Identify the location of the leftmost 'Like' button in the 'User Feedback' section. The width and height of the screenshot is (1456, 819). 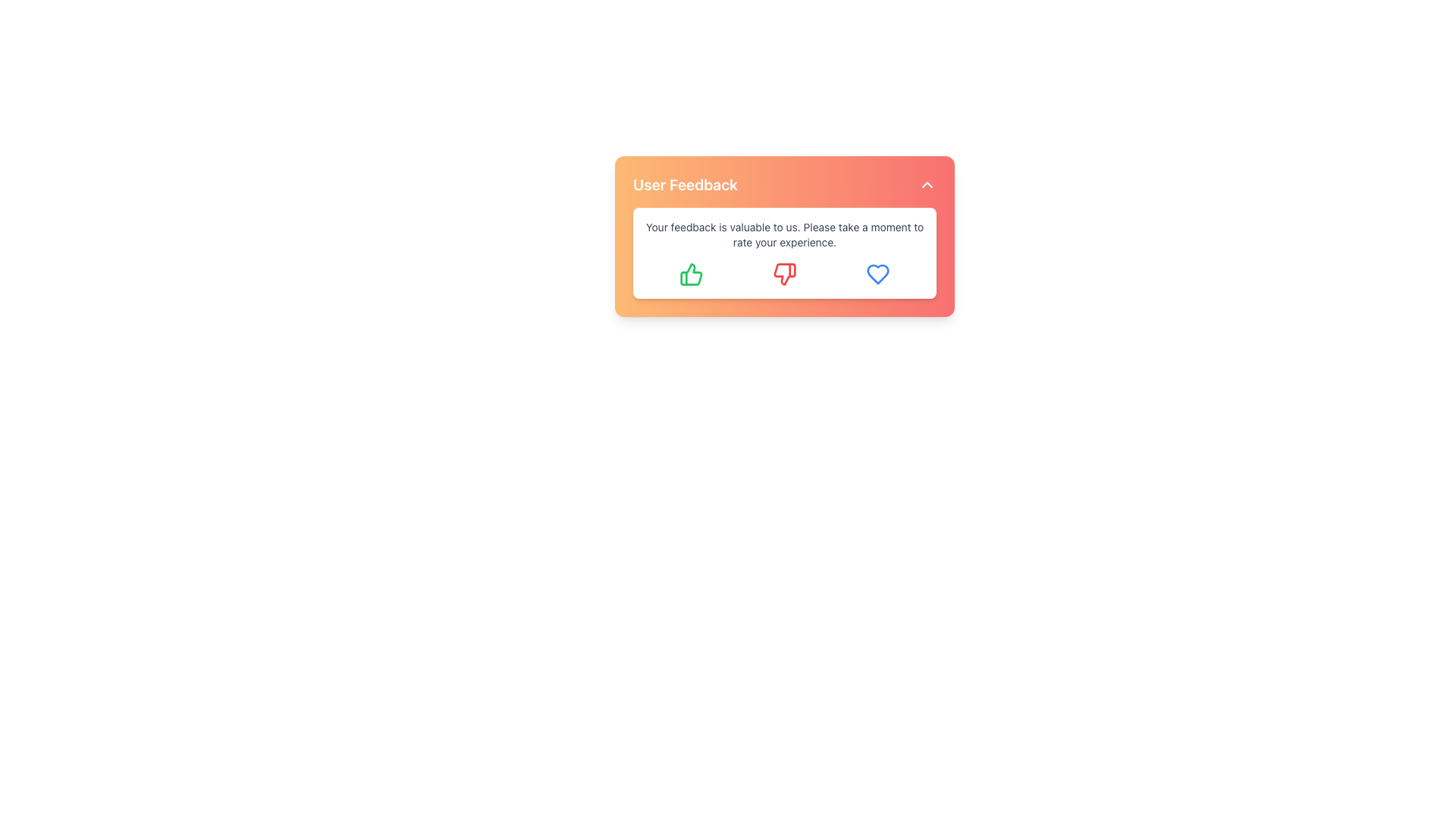
(691, 275).